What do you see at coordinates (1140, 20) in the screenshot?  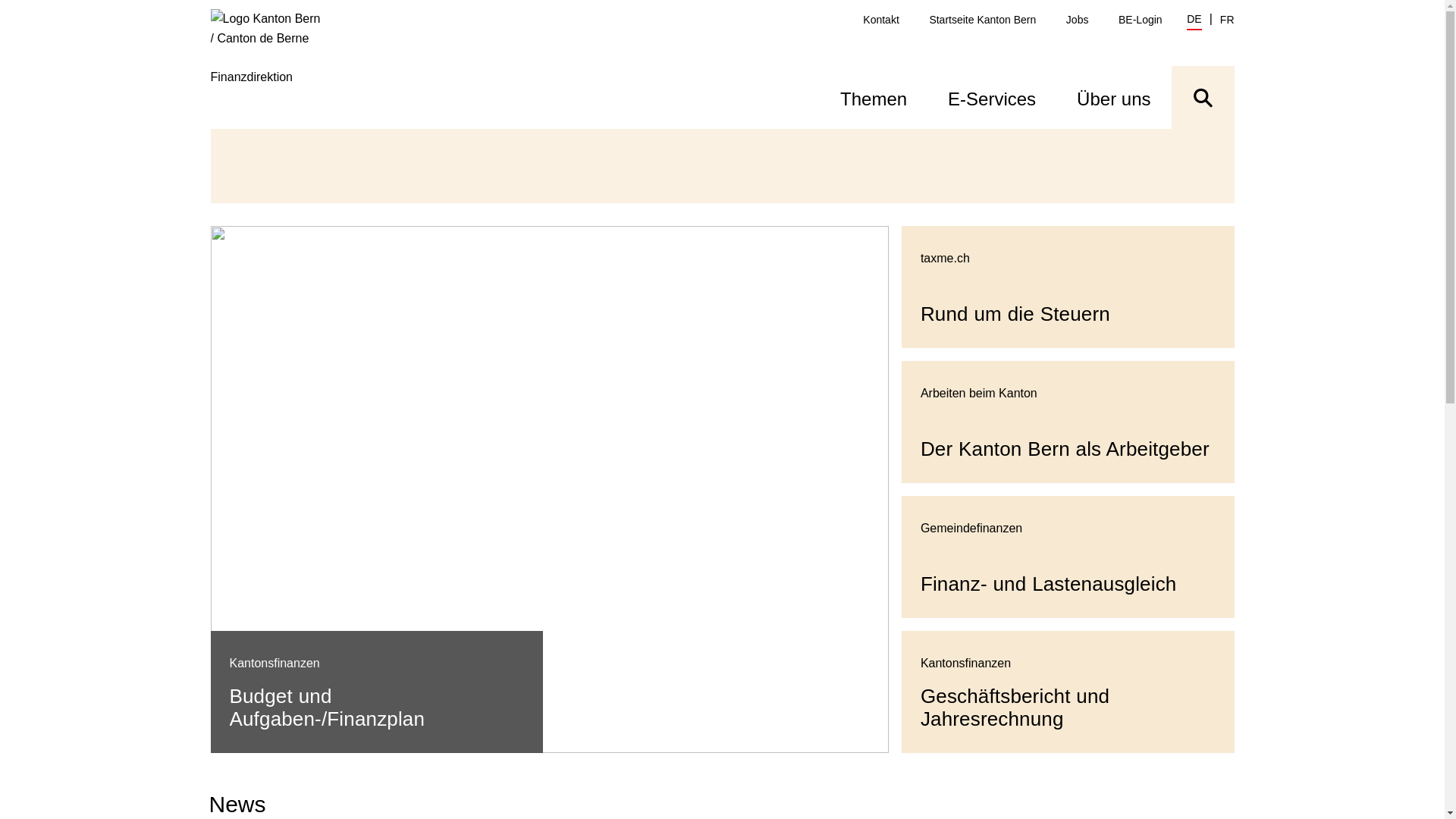 I see `'BE-Login'` at bounding box center [1140, 20].